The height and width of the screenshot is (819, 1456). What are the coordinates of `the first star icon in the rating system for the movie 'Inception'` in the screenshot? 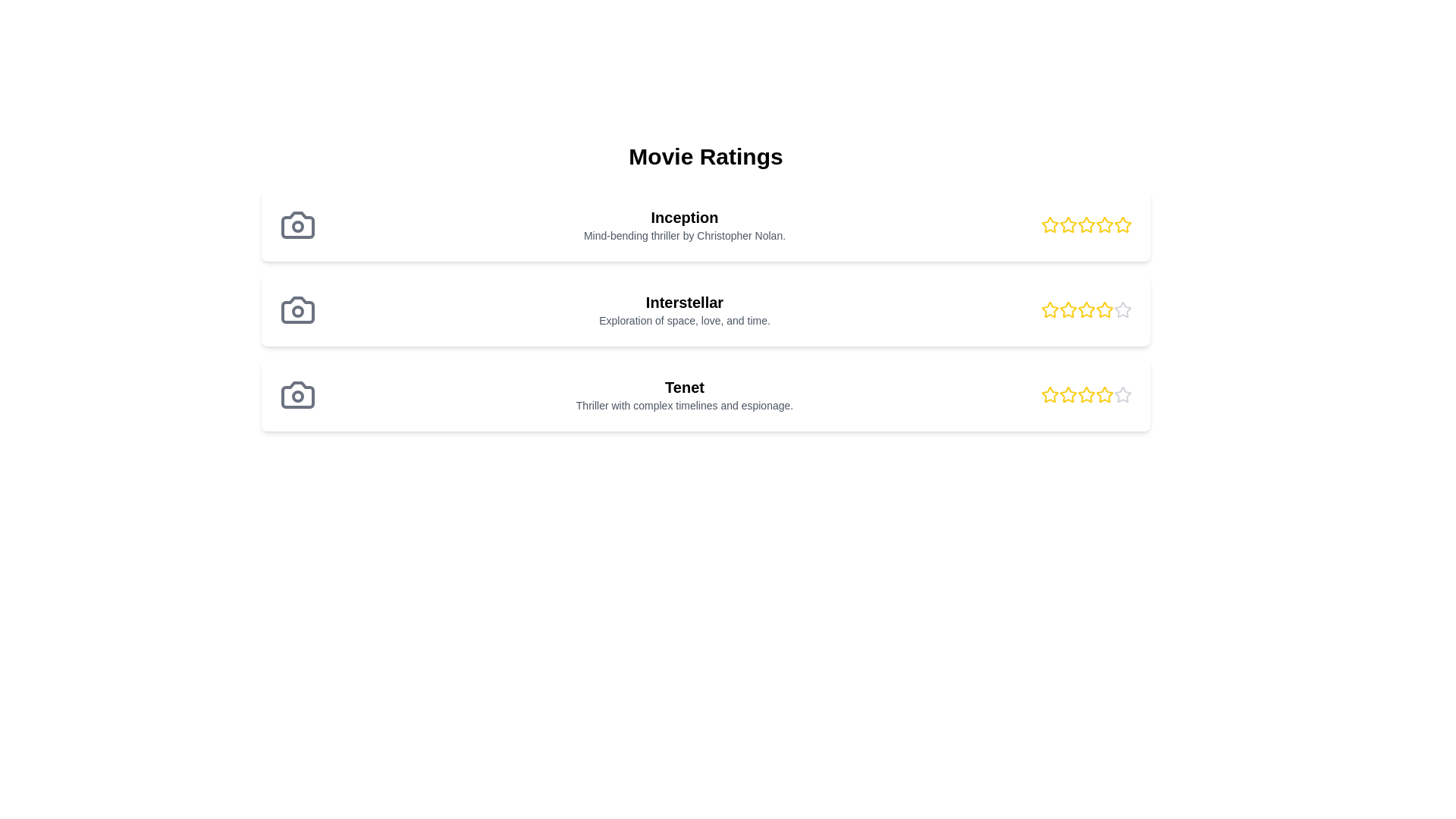 It's located at (1050, 225).